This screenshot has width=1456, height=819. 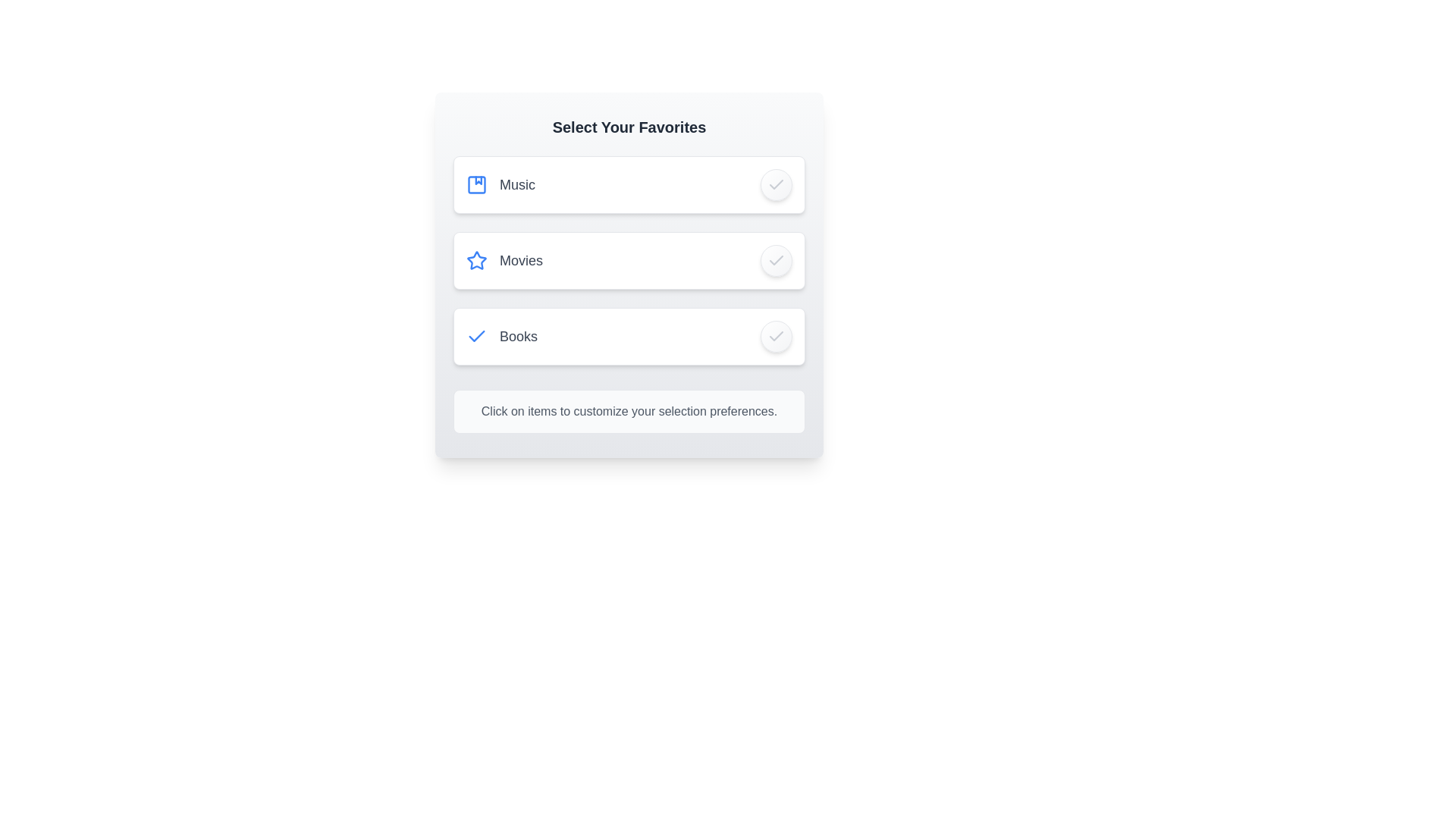 I want to click on the toggle button in the top-right corner of the Movies row within the 'Select Your Favorites' panel, so click(x=776, y=259).